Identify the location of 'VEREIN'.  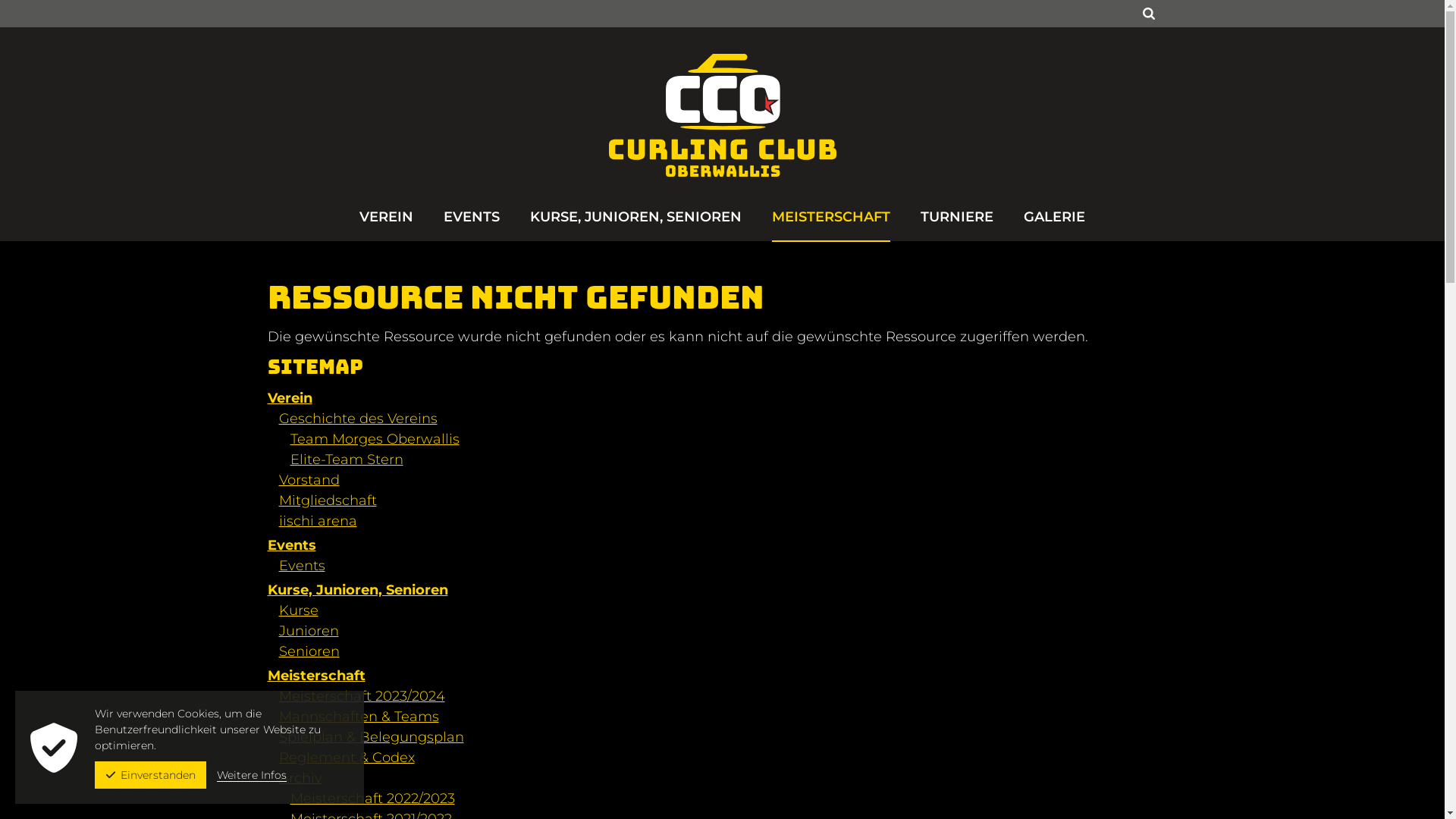
(386, 224).